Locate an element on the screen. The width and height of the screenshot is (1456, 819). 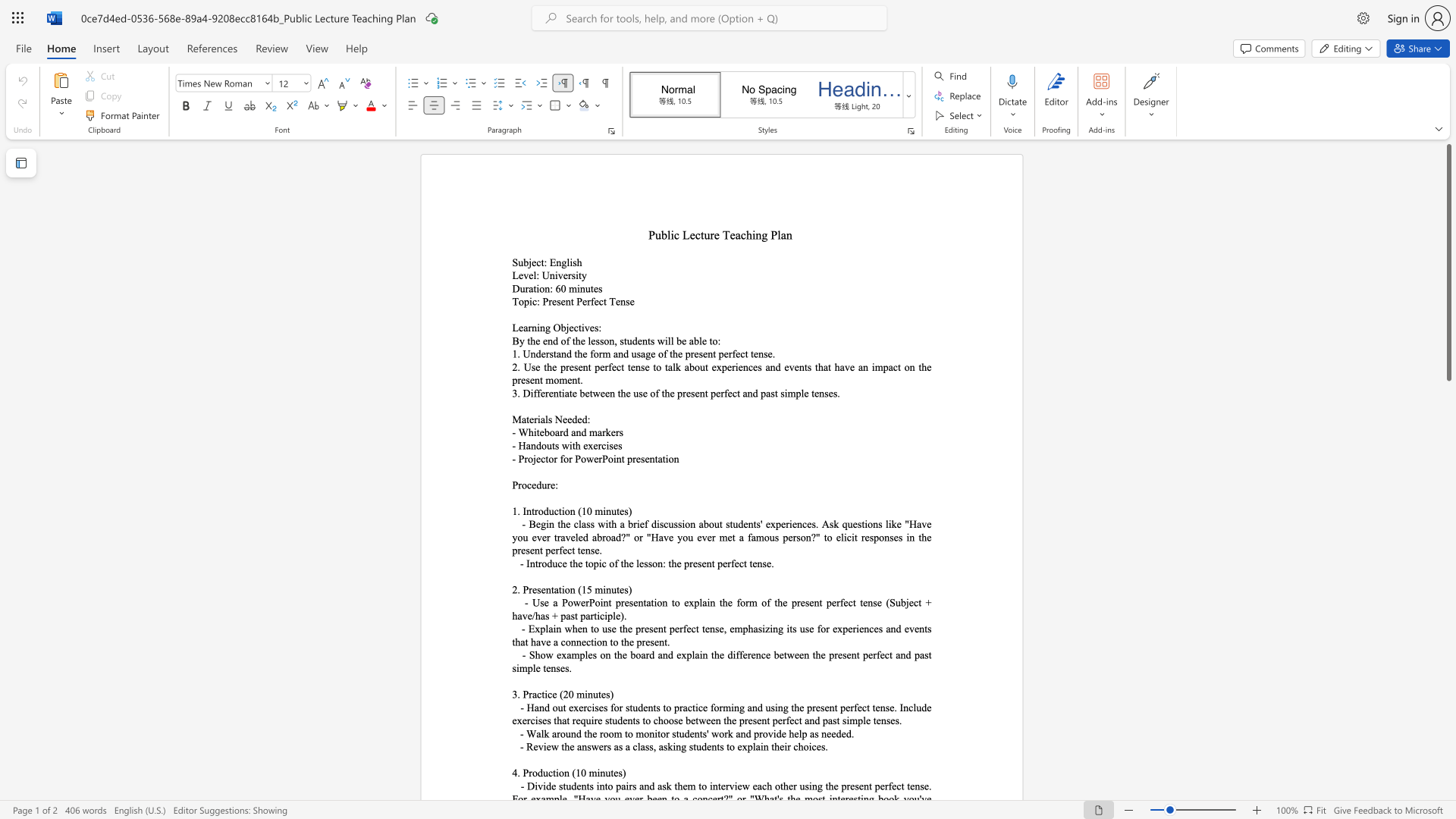
the subset text "t perfect and past simple tense" within the text "- Show examples on the board and explain the difference between the present perfect and past simple tenses." is located at coordinates (856, 654).